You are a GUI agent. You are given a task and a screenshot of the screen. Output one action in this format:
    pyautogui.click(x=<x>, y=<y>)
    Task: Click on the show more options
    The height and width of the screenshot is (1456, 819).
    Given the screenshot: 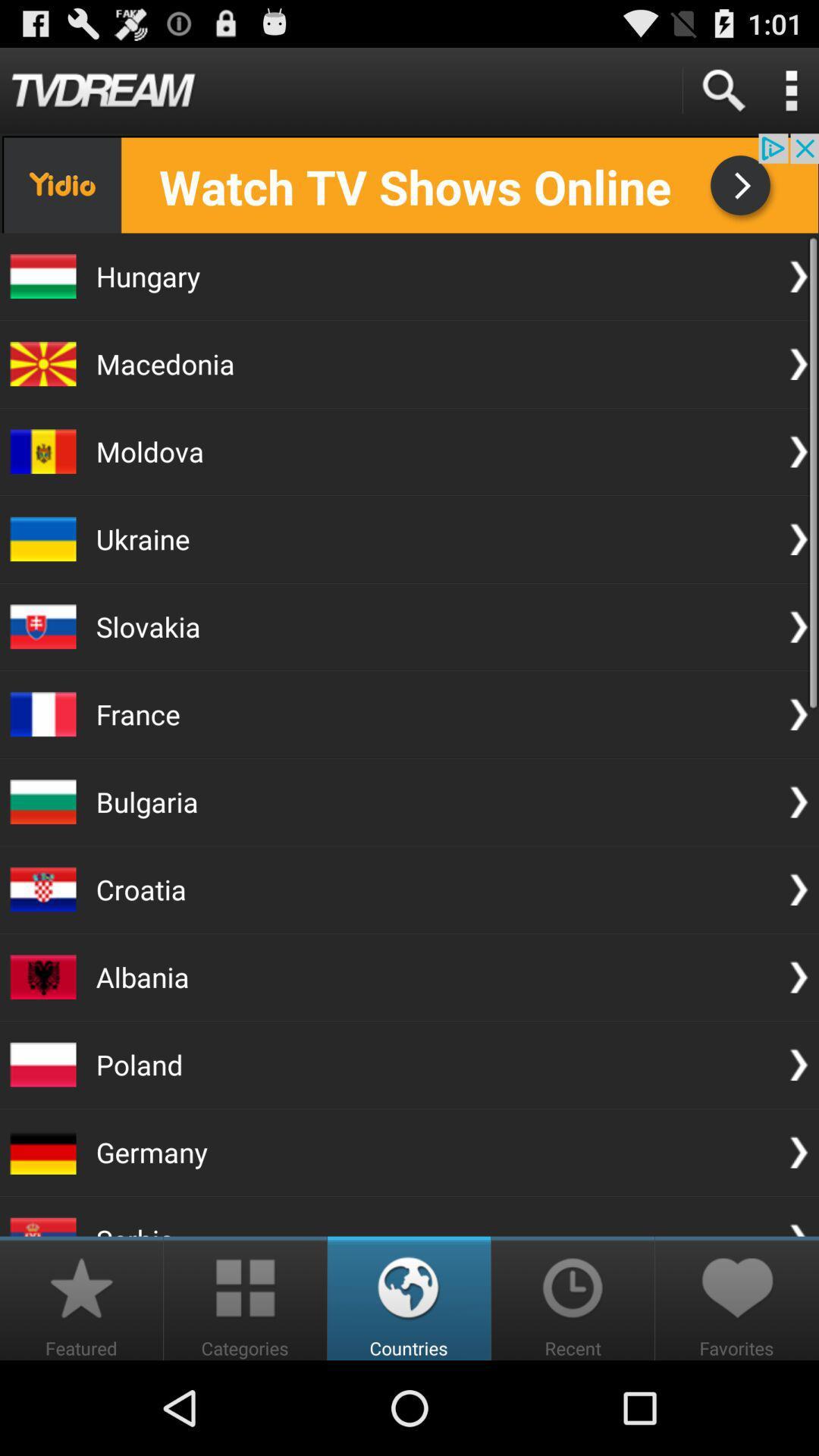 What is the action you would take?
    pyautogui.click(x=790, y=89)
    